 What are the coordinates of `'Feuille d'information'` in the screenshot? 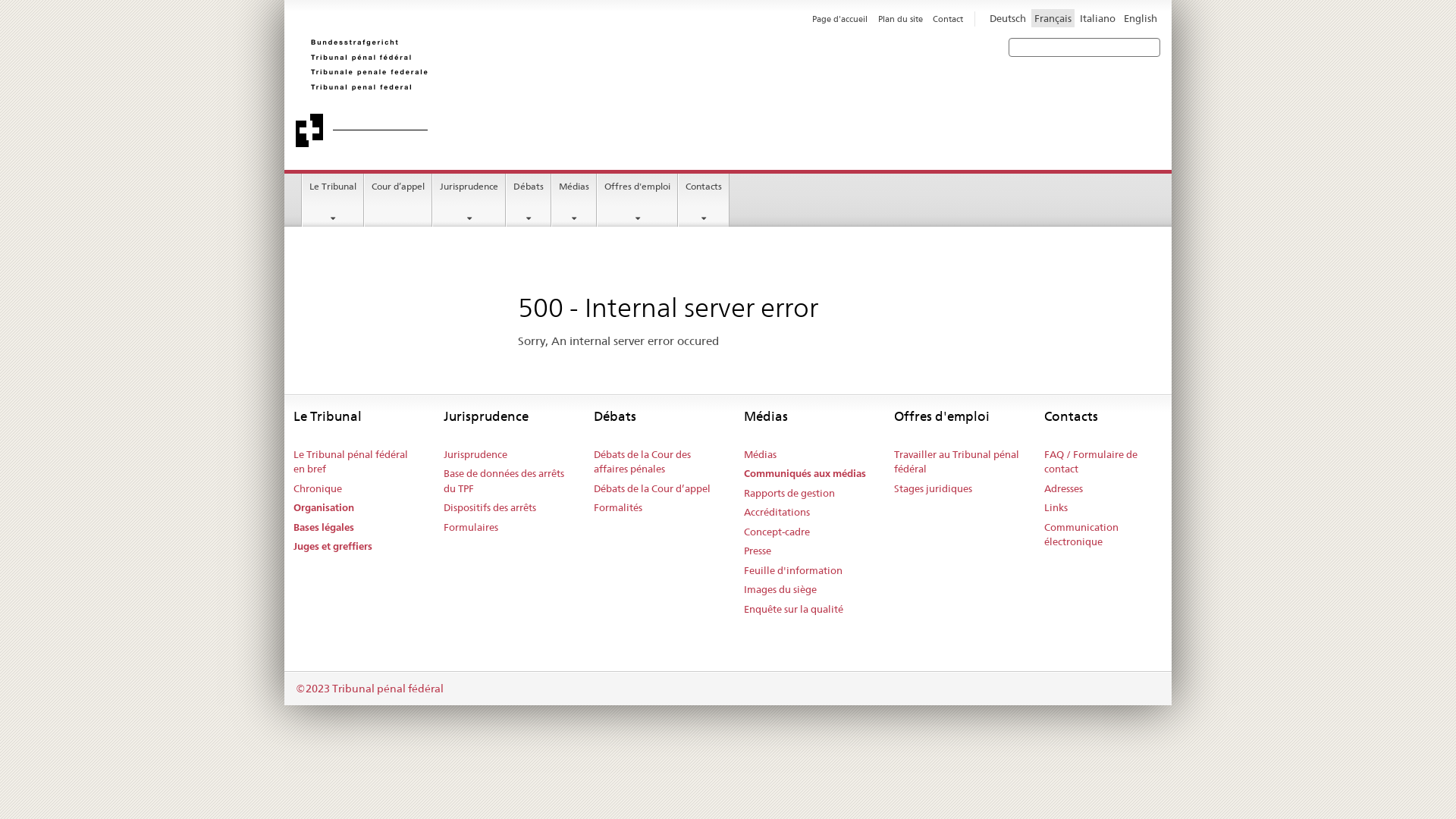 It's located at (792, 570).